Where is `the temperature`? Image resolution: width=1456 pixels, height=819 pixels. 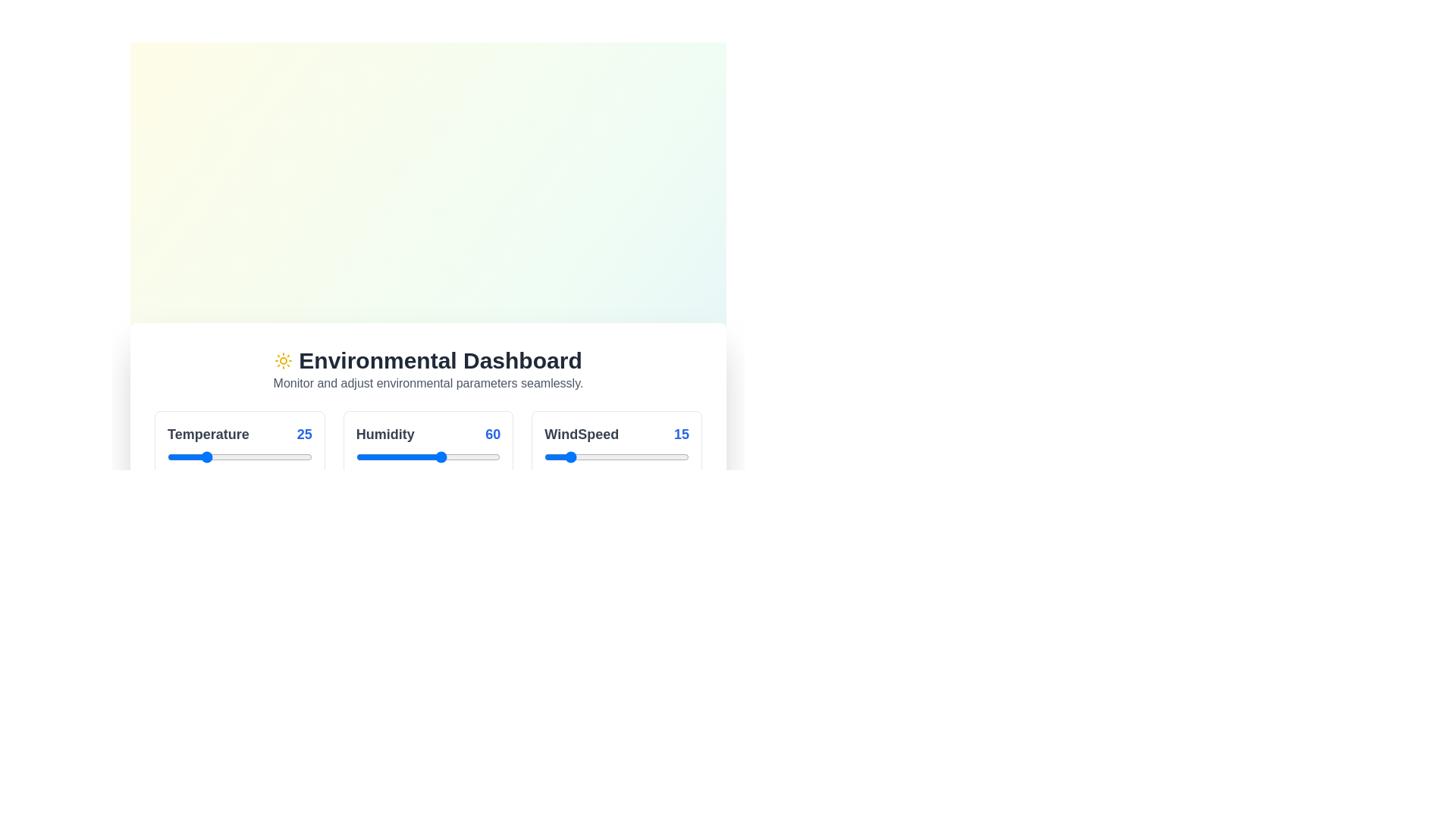
the temperature is located at coordinates (236, 456).